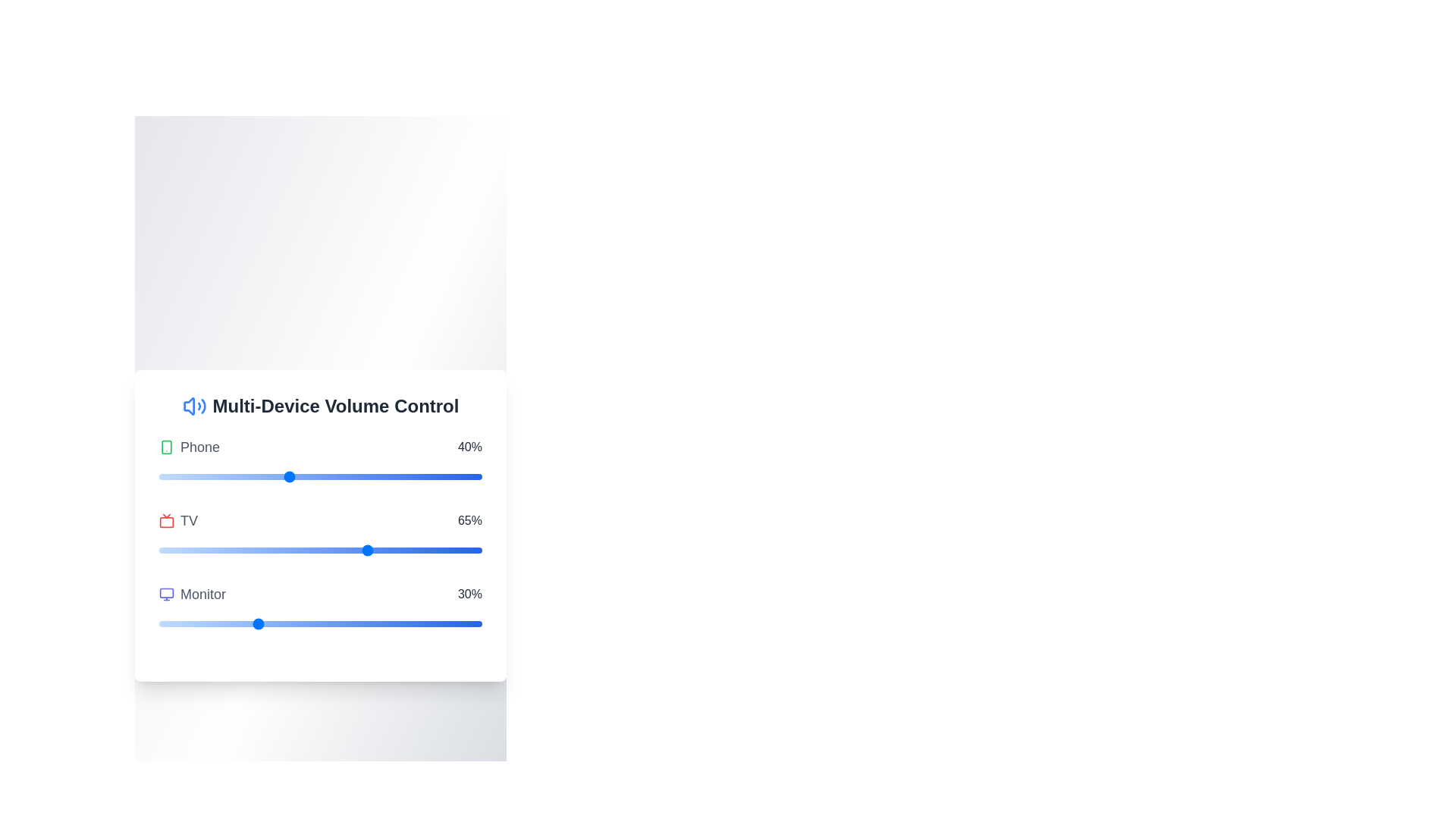 The height and width of the screenshot is (819, 1456). What do you see at coordinates (319, 405) in the screenshot?
I see `title 'Multi-Device Volume Control' which is a bold header text located at the top section of a rounded-corner card with a blue volume icon to its left` at bounding box center [319, 405].